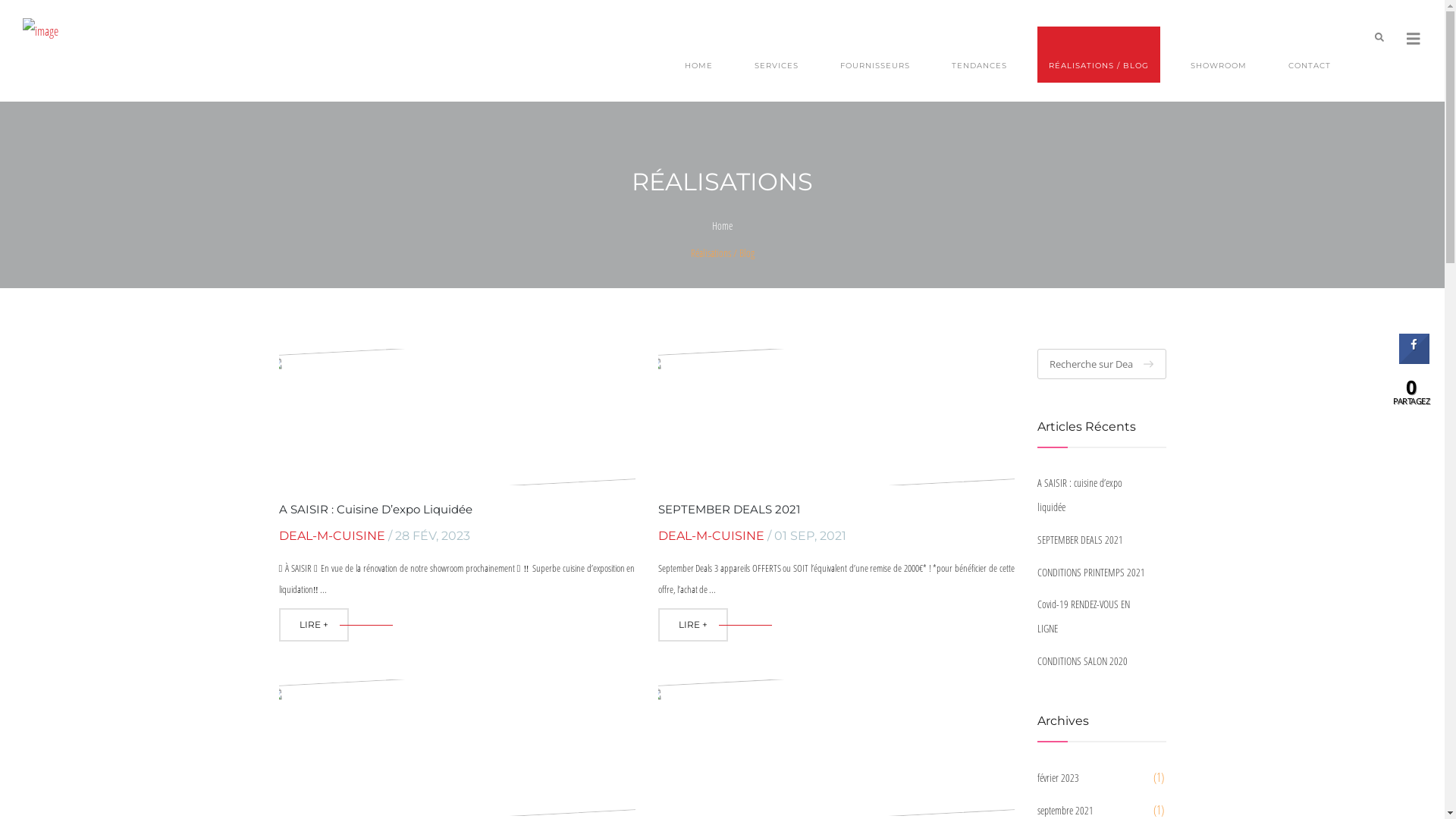 Image resolution: width=1456 pixels, height=819 pixels. I want to click on 'Home', so click(721, 225).